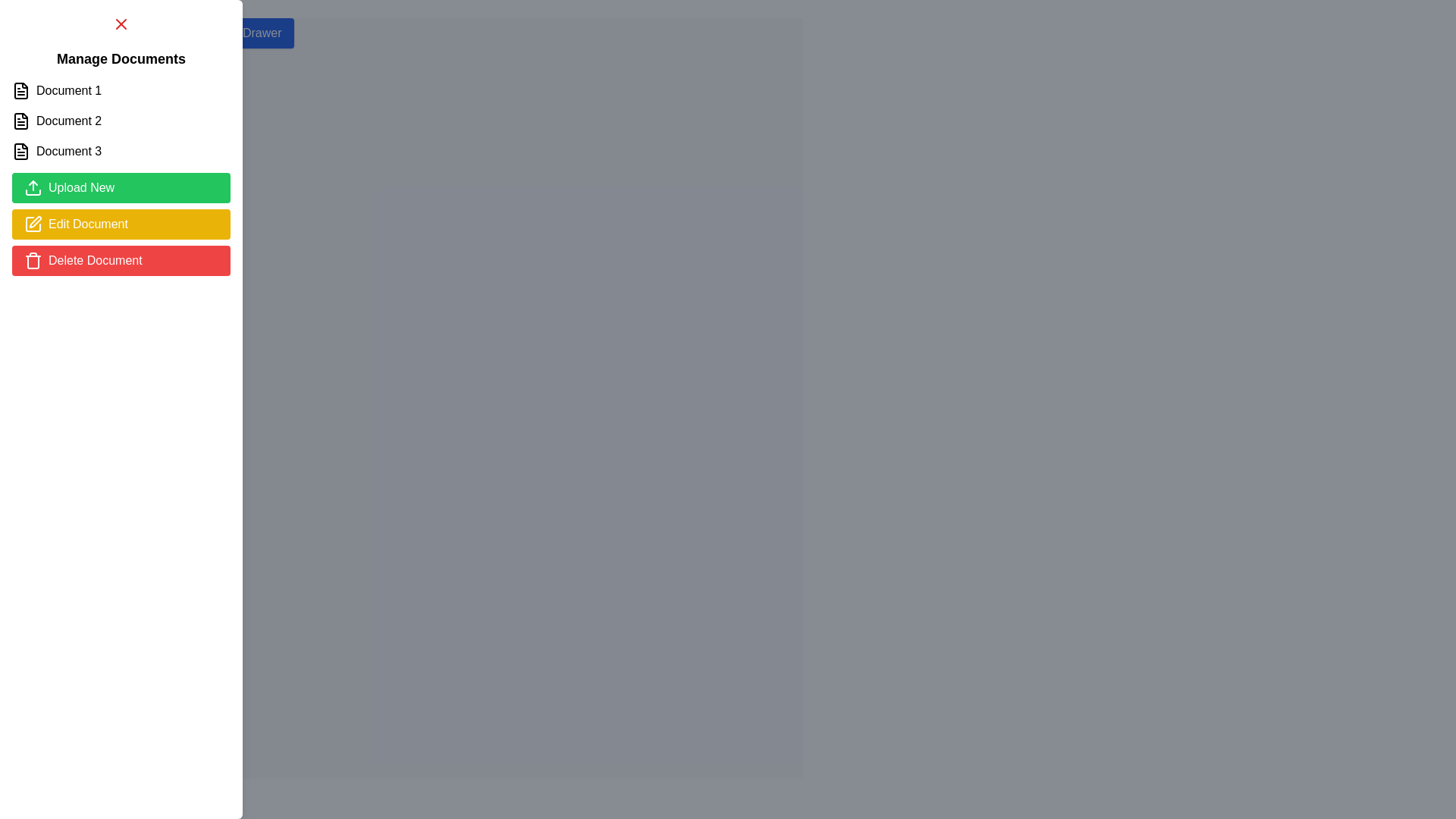 This screenshot has height=819, width=1456. What do you see at coordinates (120, 120) in the screenshot?
I see `the list item labeled 'Document 2'` at bounding box center [120, 120].